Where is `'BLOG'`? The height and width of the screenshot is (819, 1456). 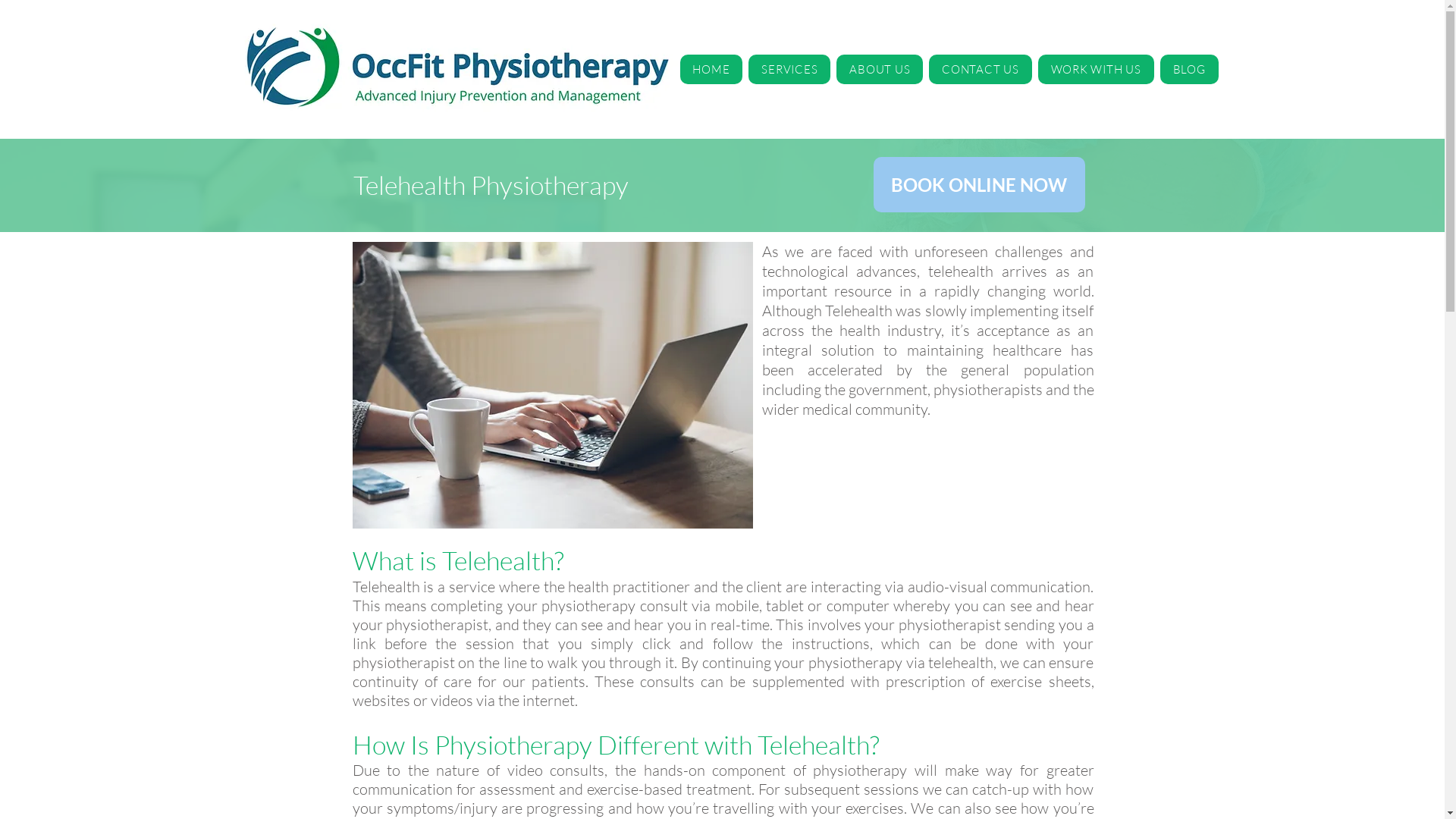 'BLOG' is located at coordinates (1188, 69).